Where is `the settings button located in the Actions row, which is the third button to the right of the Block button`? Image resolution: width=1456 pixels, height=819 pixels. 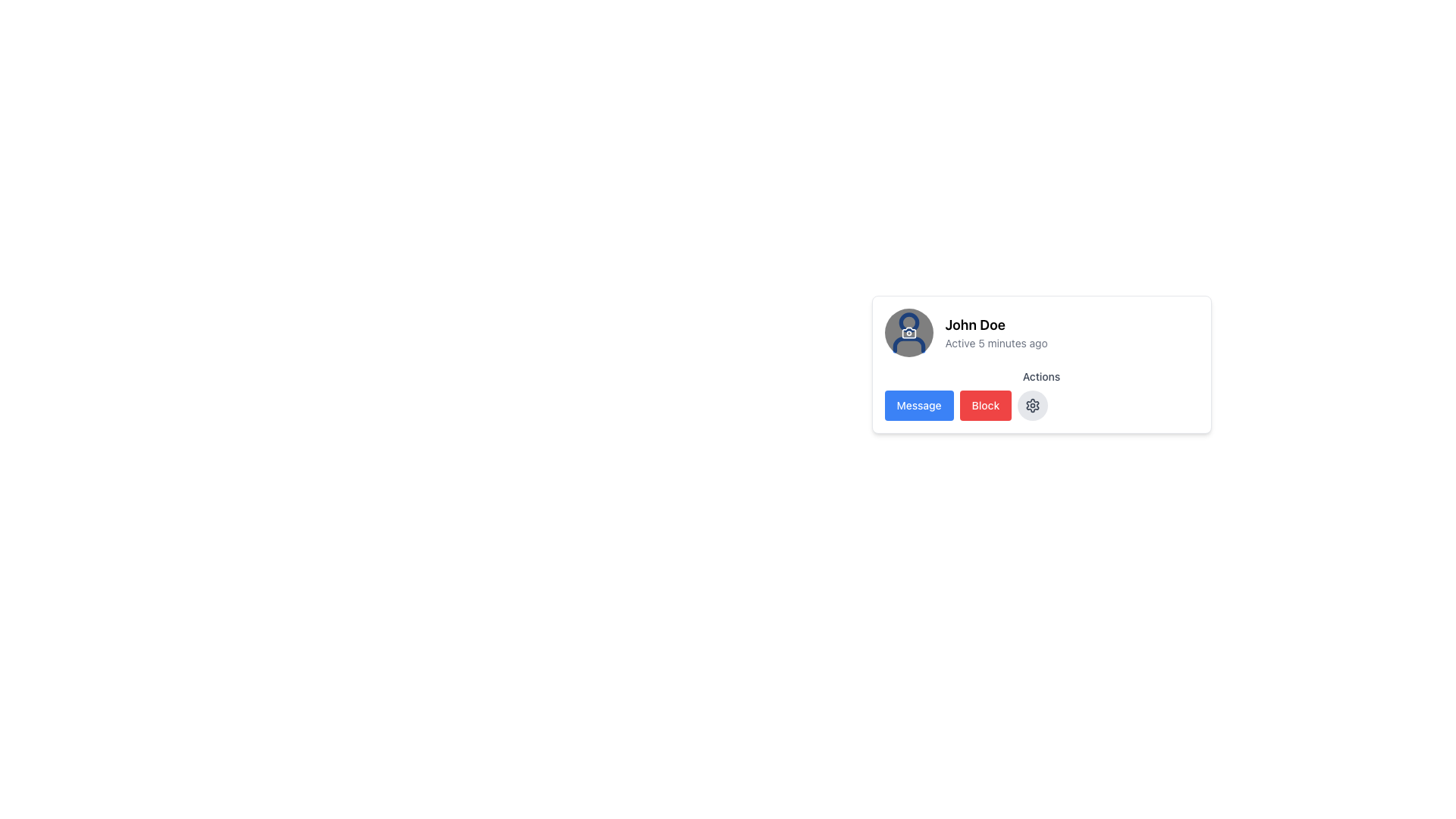
the settings button located in the Actions row, which is the third button to the right of the Block button is located at coordinates (1032, 405).